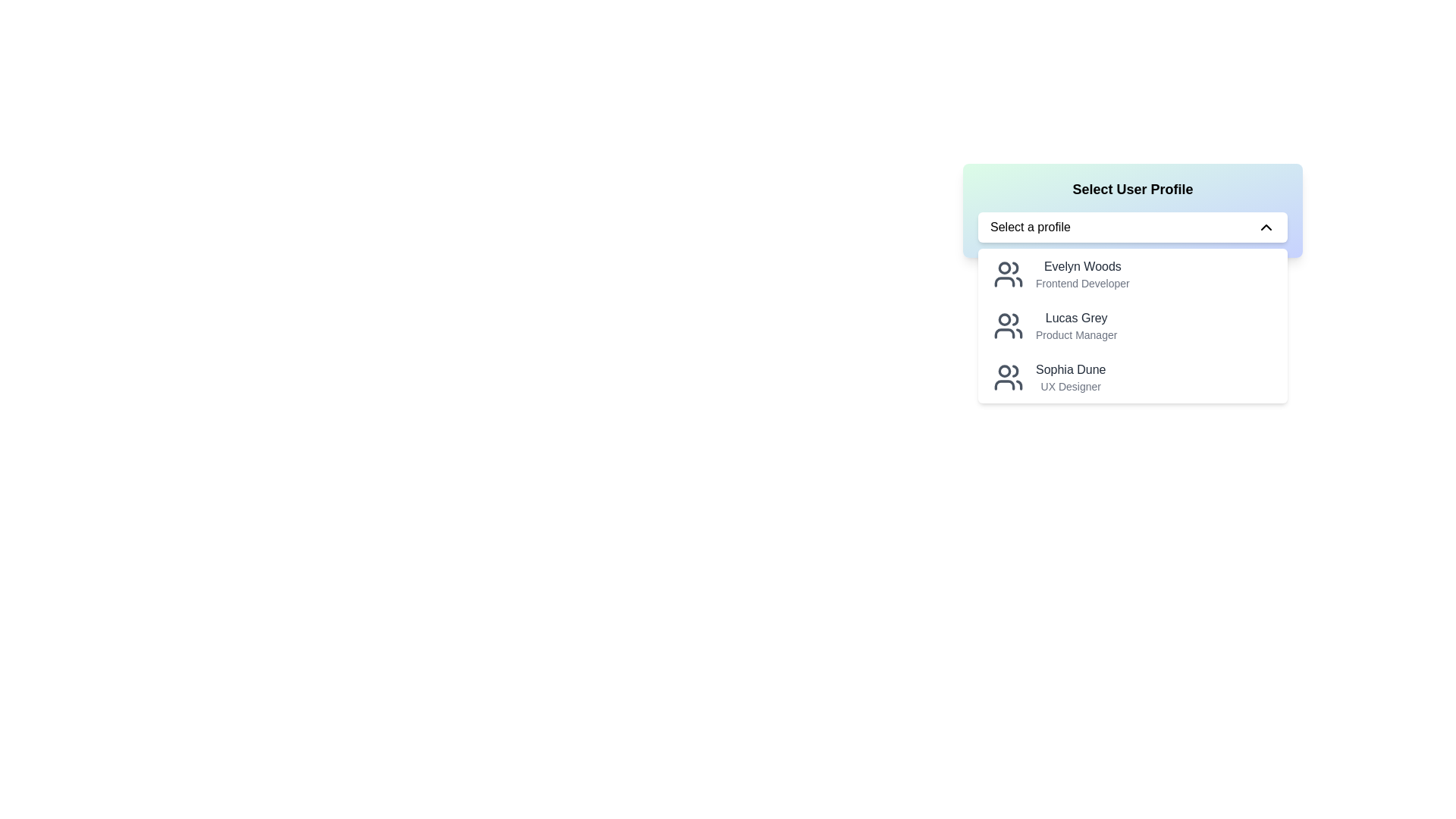 The height and width of the screenshot is (819, 1456). I want to click on the second option in the dropdown list labeled 'Lucas Grey - Product Manager', so click(1132, 325).